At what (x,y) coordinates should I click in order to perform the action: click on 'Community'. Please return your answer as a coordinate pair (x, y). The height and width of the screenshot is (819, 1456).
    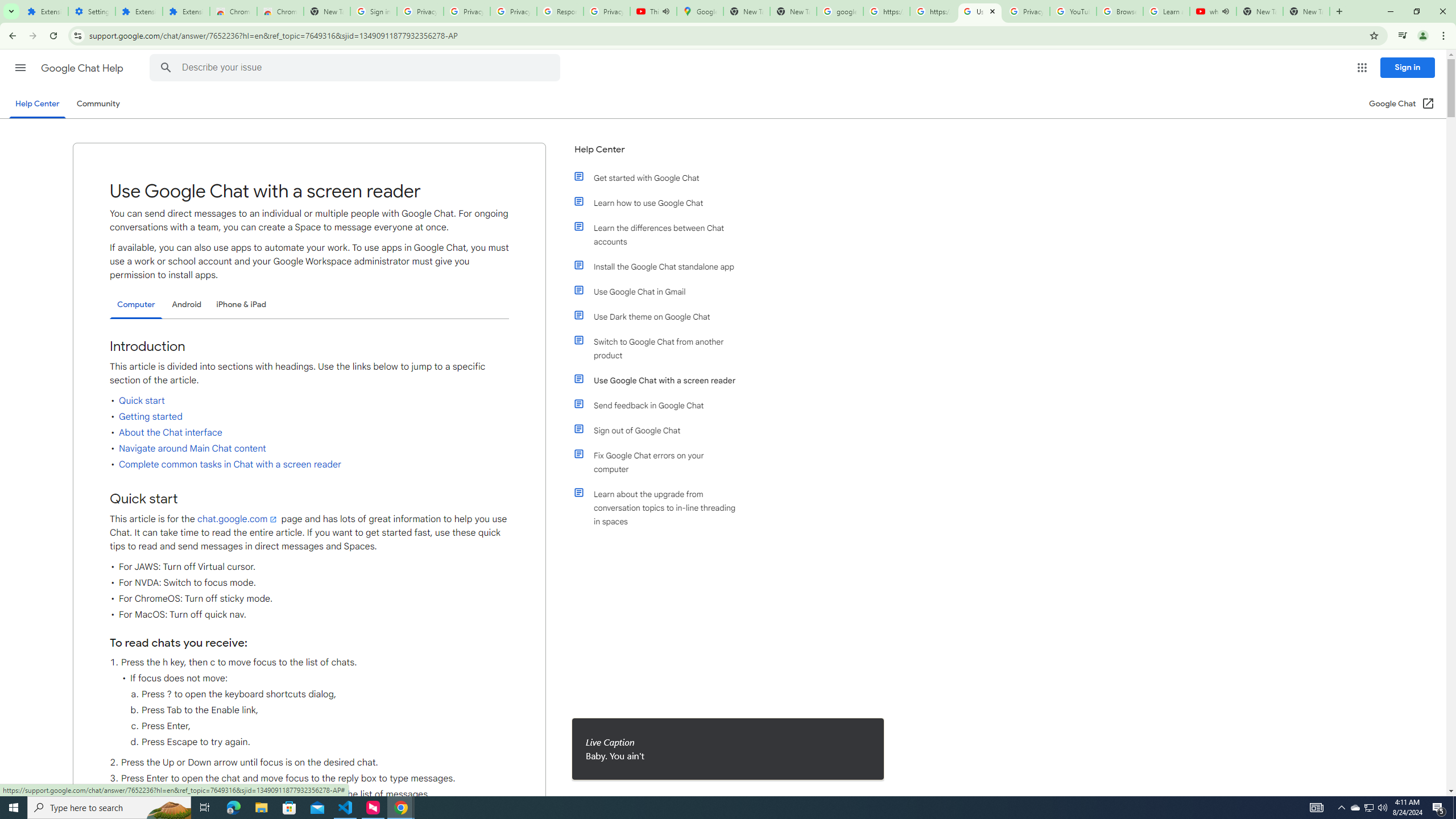
    Looking at the image, I should click on (97, 103).